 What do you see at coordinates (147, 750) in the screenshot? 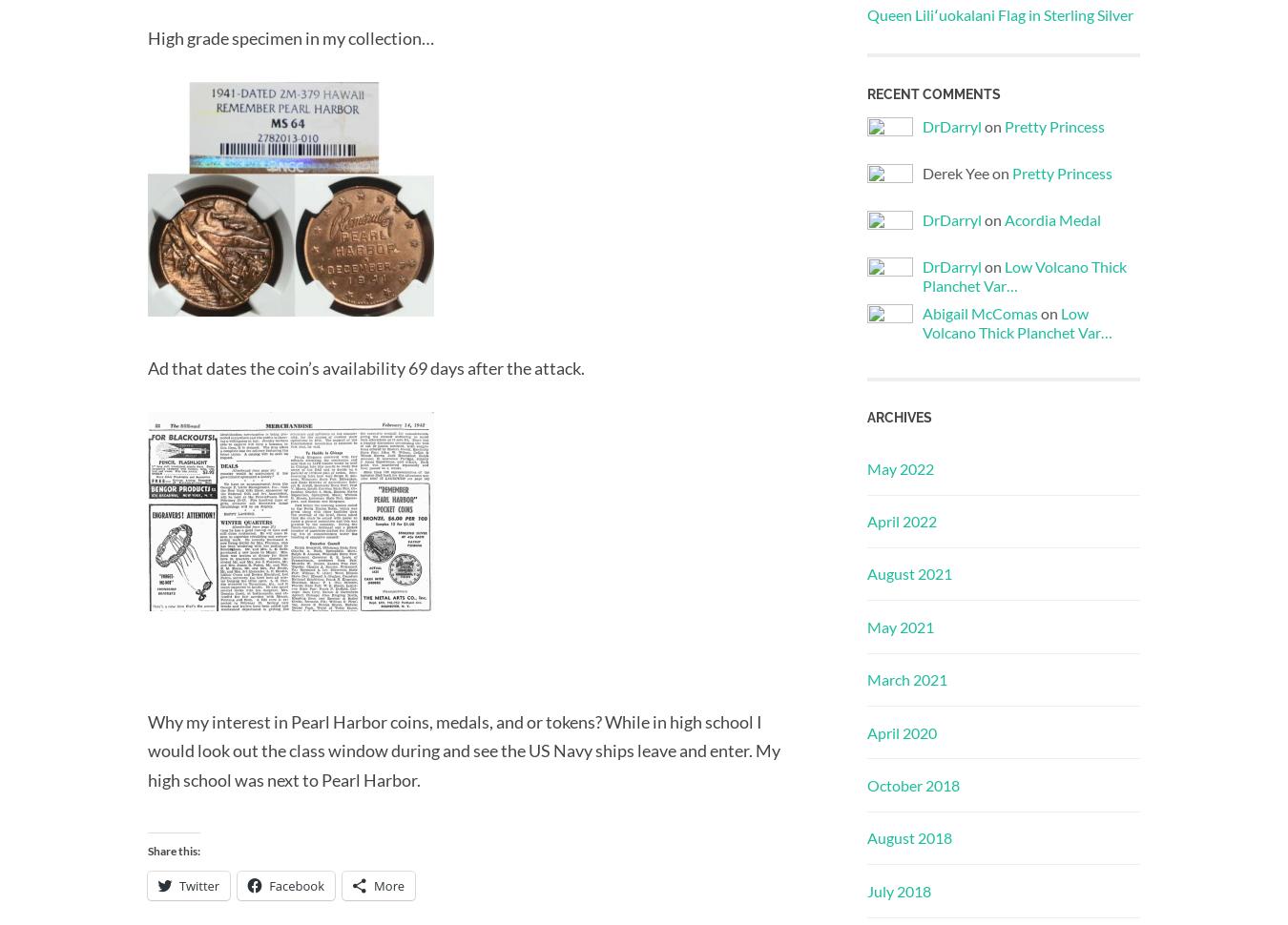
I see `'Why my interest in Pearl Harbor coins, medals, and or tokens? While in high school I would look out the class window during and see the US Navy ships leave and enter. My high school was next to Pearl Harbor.'` at bounding box center [147, 750].